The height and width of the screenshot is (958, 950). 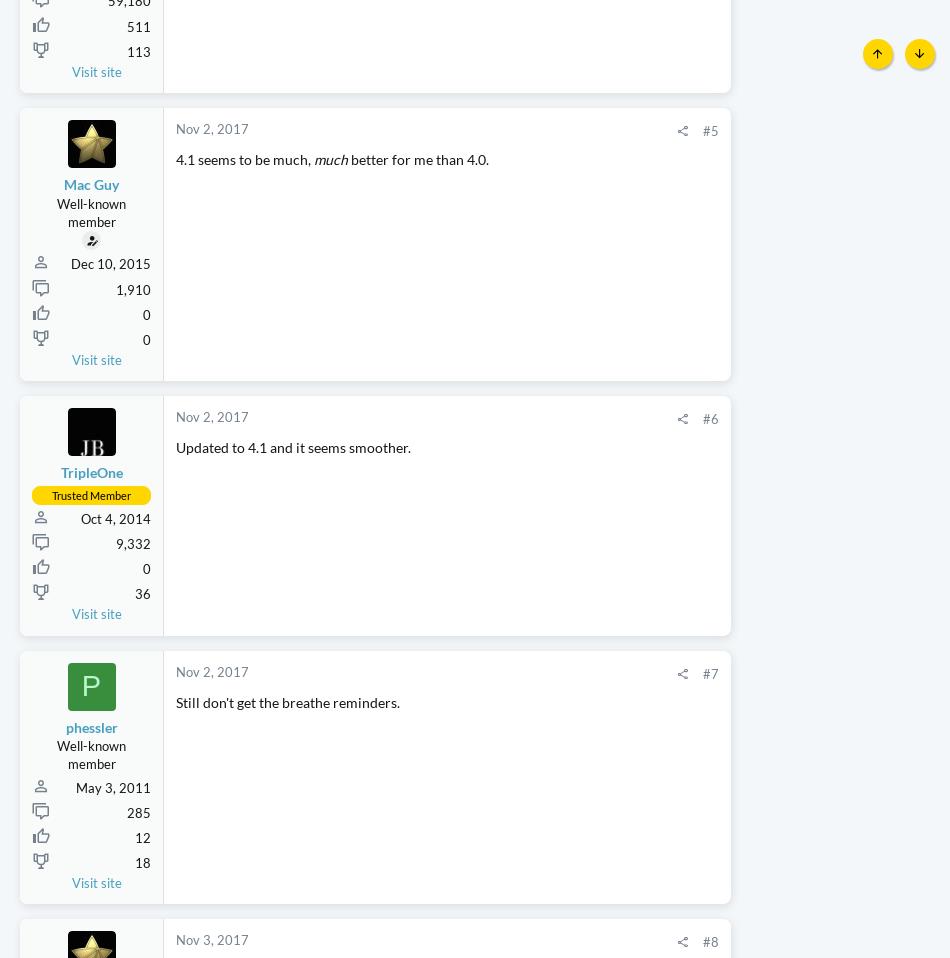 What do you see at coordinates (292, 505) in the screenshot?
I see `'Updated to 4.1 and it seems smoother.'` at bounding box center [292, 505].